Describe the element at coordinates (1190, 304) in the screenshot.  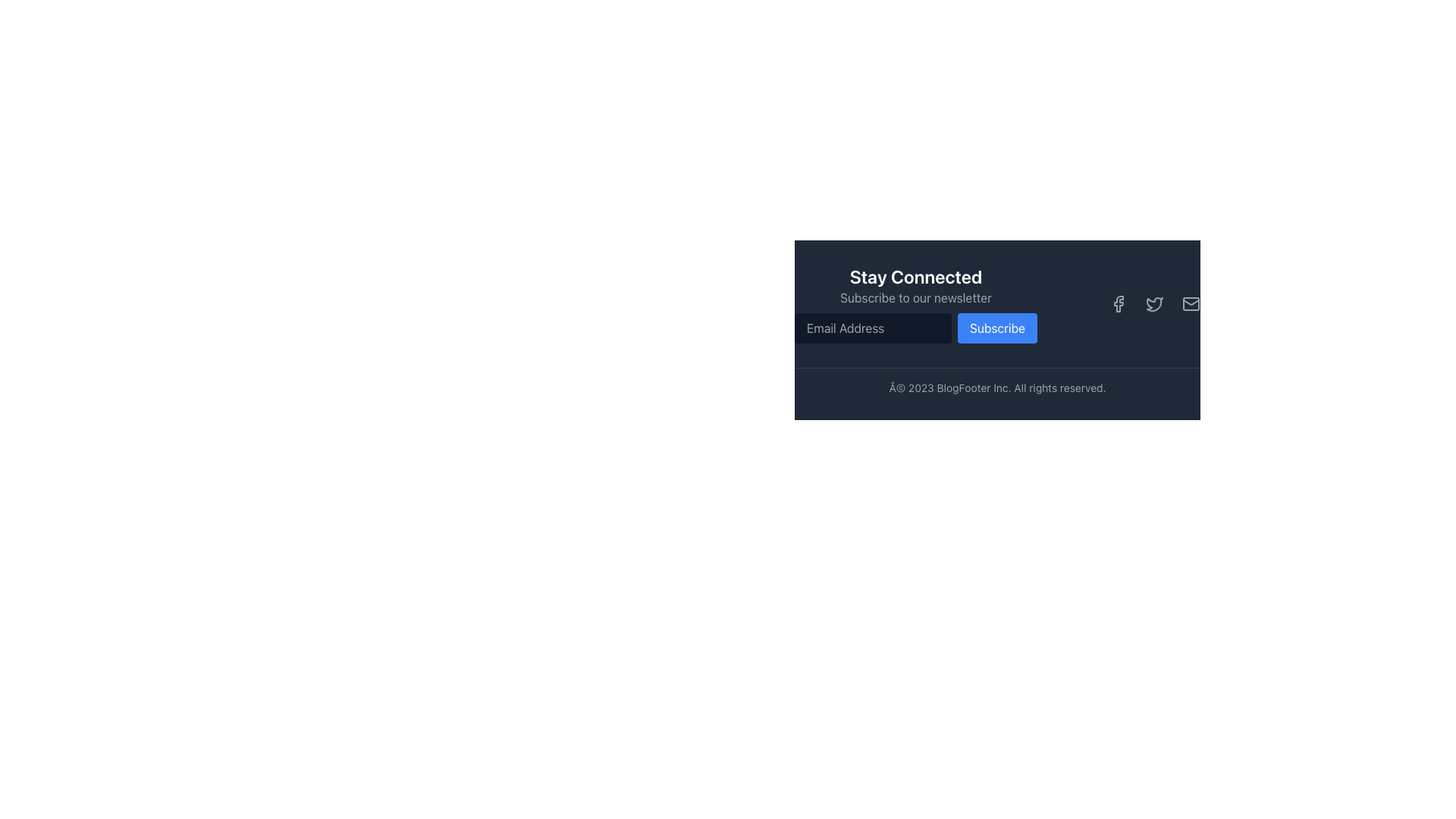
I see `the gray envelope icon in the footer area` at that location.